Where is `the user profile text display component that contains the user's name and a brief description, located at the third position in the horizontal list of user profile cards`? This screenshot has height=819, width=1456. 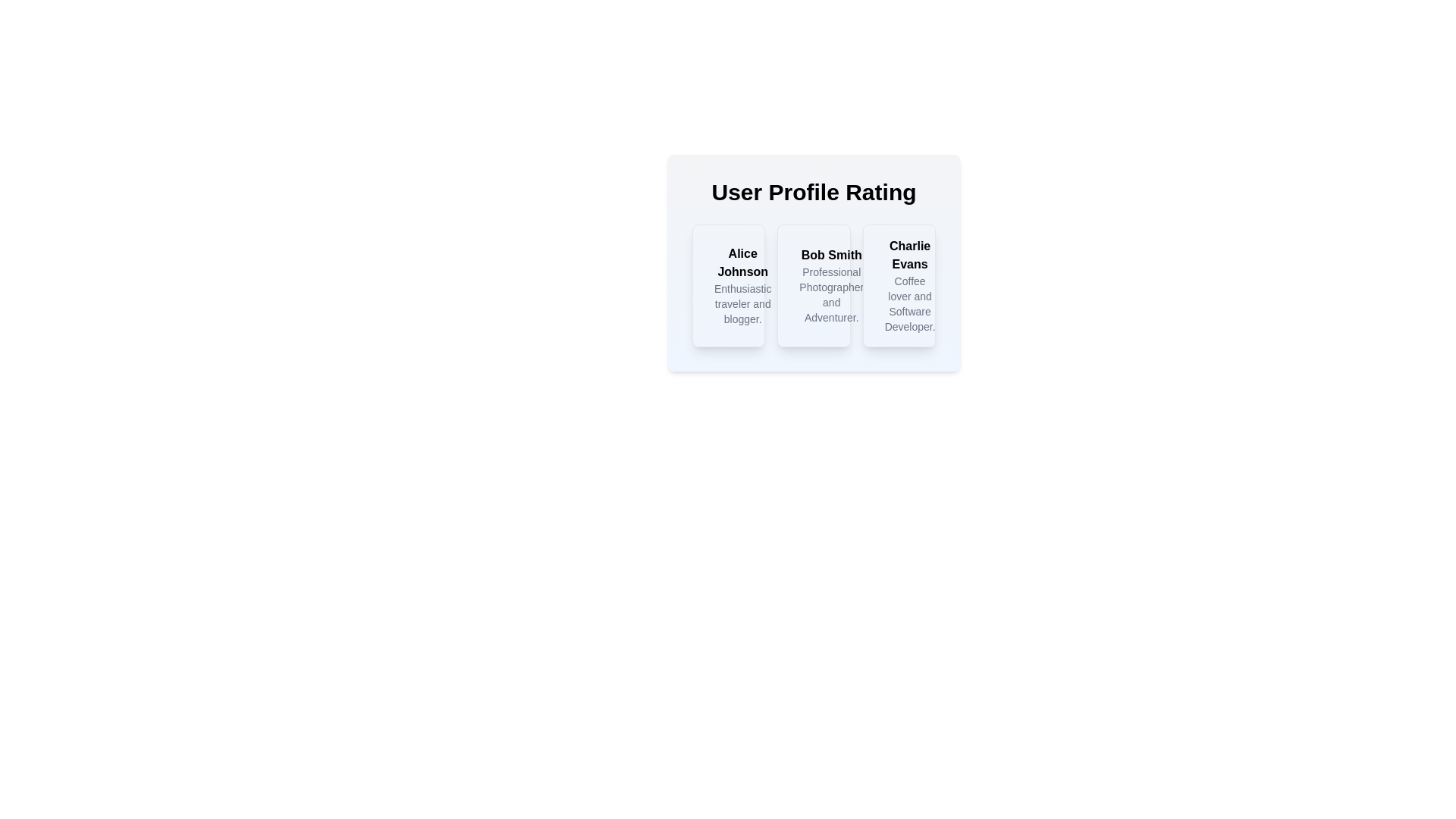
the user profile text display component that contains the user's name and a brief description, located at the third position in the horizontal list of user profile cards is located at coordinates (910, 286).